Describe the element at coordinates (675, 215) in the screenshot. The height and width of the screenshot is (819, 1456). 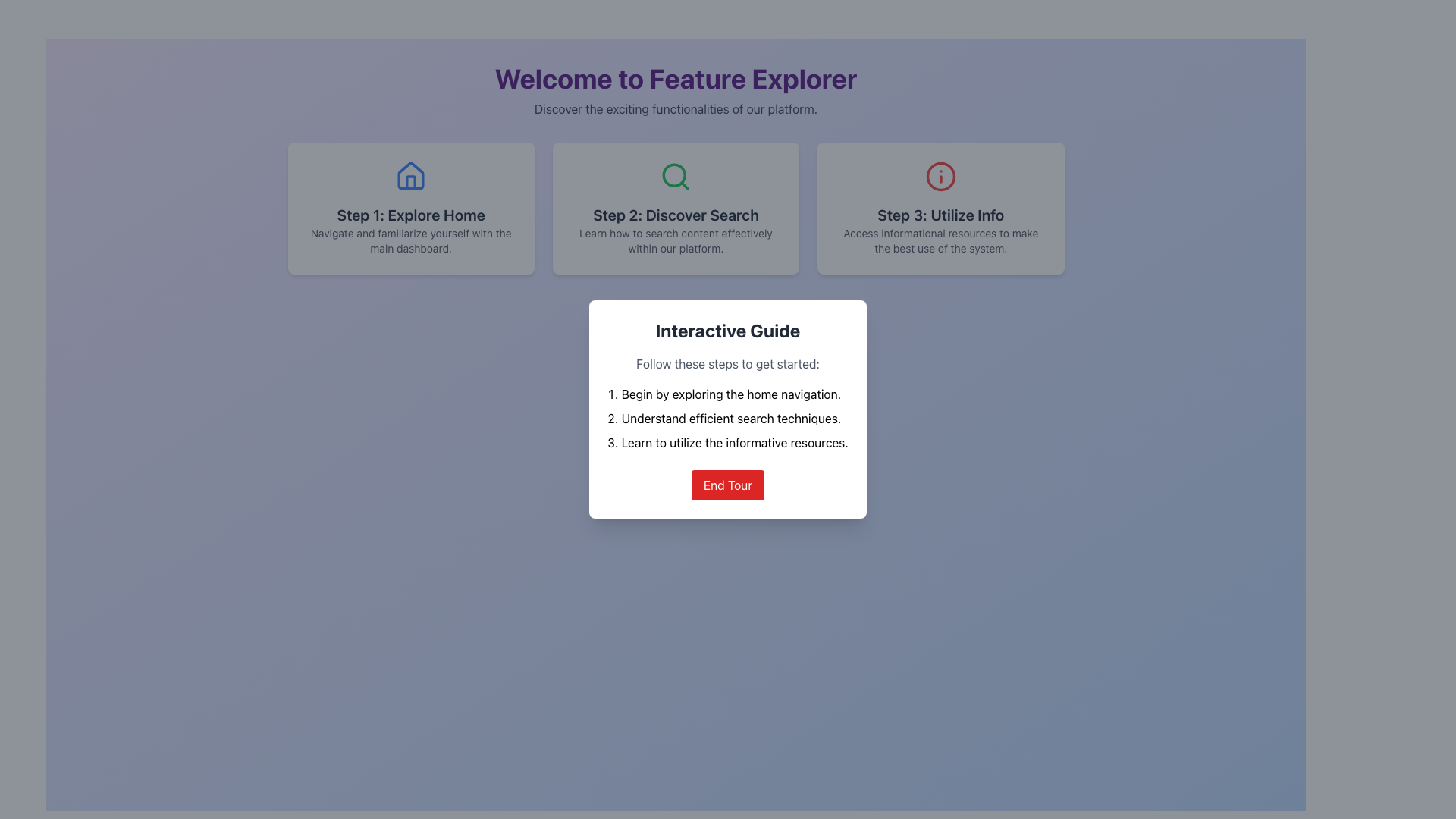
I see `the Text header element that serves as a step title in the guided tutorial interface, located centrally among three horizontal cards, above the text 'Learn how to search content effectively within our platform.' and below a magnifying glass icon` at that location.